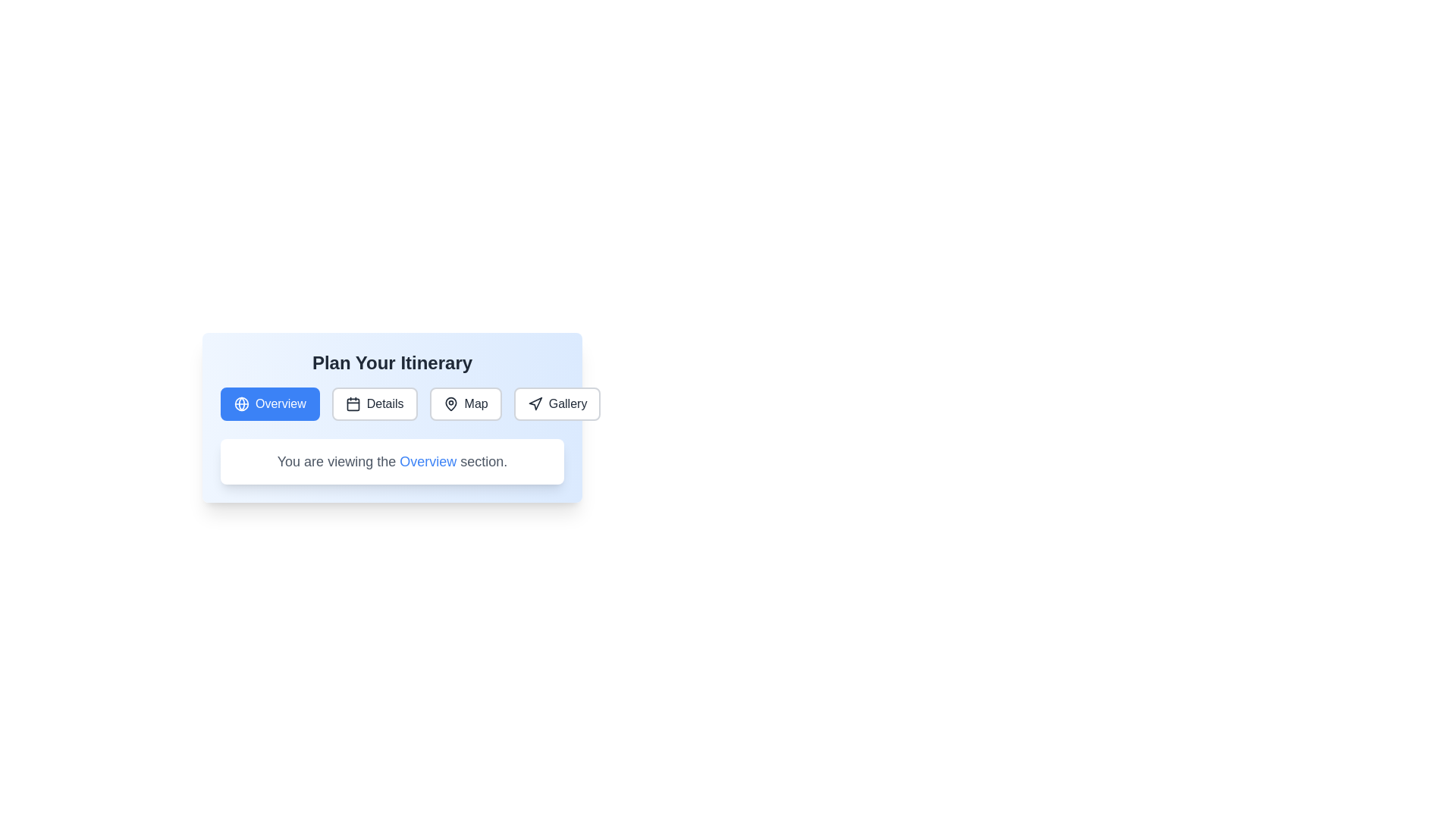 Image resolution: width=1456 pixels, height=819 pixels. What do you see at coordinates (535, 403) in the screenshot?
I see `the navigation icon embedded within the 'Gallery' button, which is the last button in a horizontal group of four buttons located below the 'Plan Your Itinerary' header` at bounding box center [535, 403].